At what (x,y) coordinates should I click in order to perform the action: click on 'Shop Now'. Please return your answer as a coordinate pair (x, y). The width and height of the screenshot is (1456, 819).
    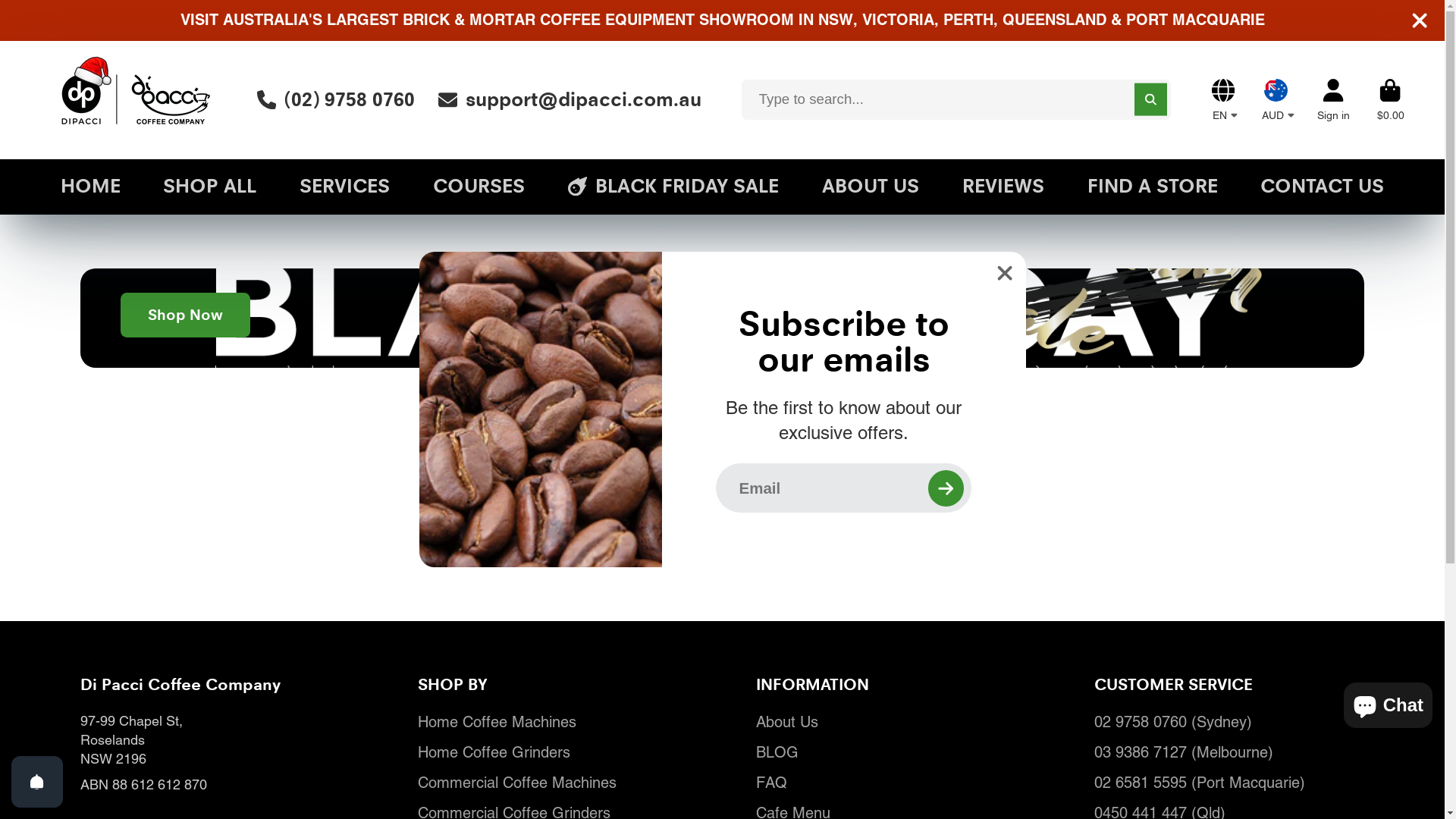
    Looking at the image, I should click on (184, 314).